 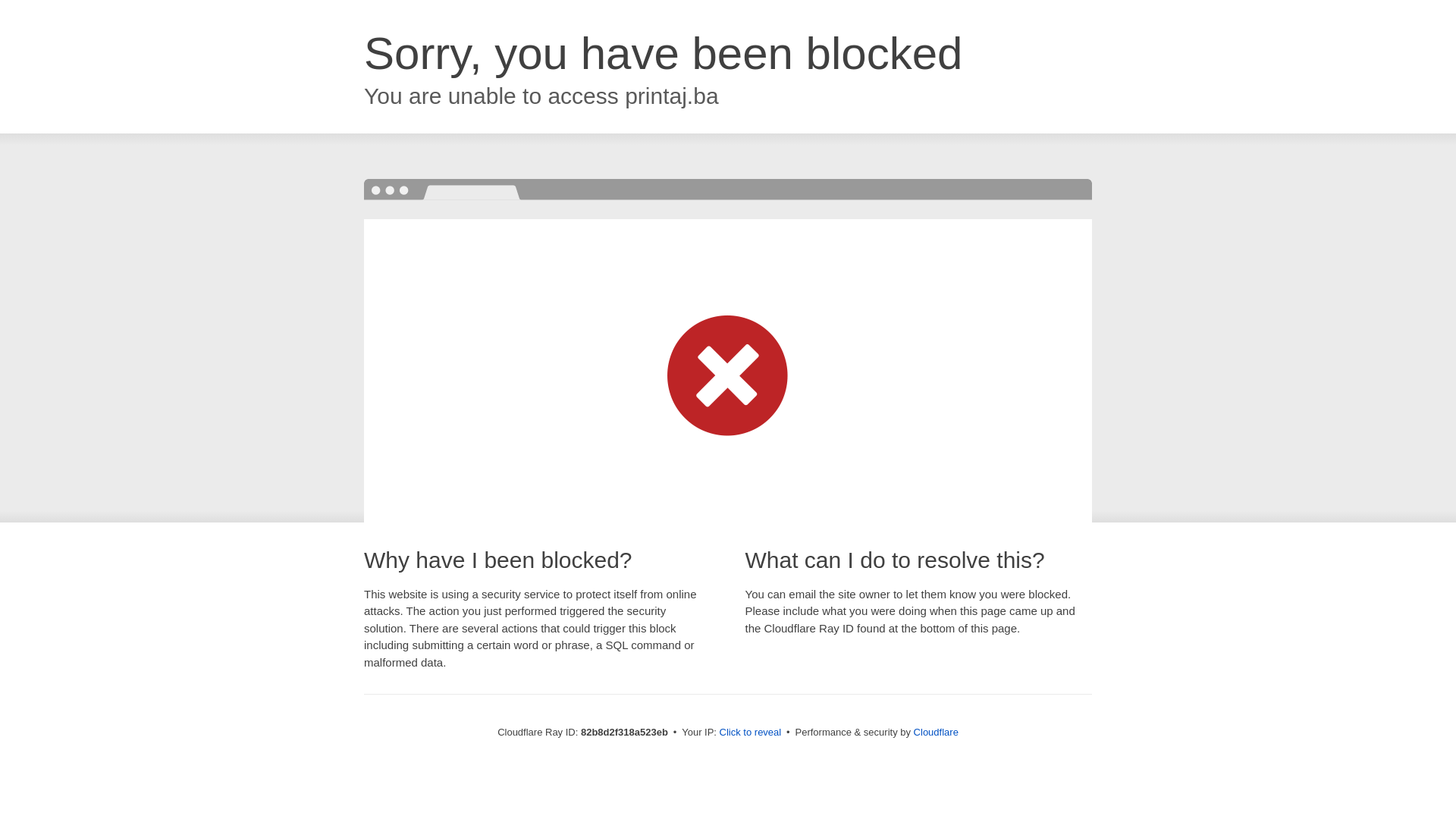 I want to click on 'Cloudflare', so click(x=935, y=731).